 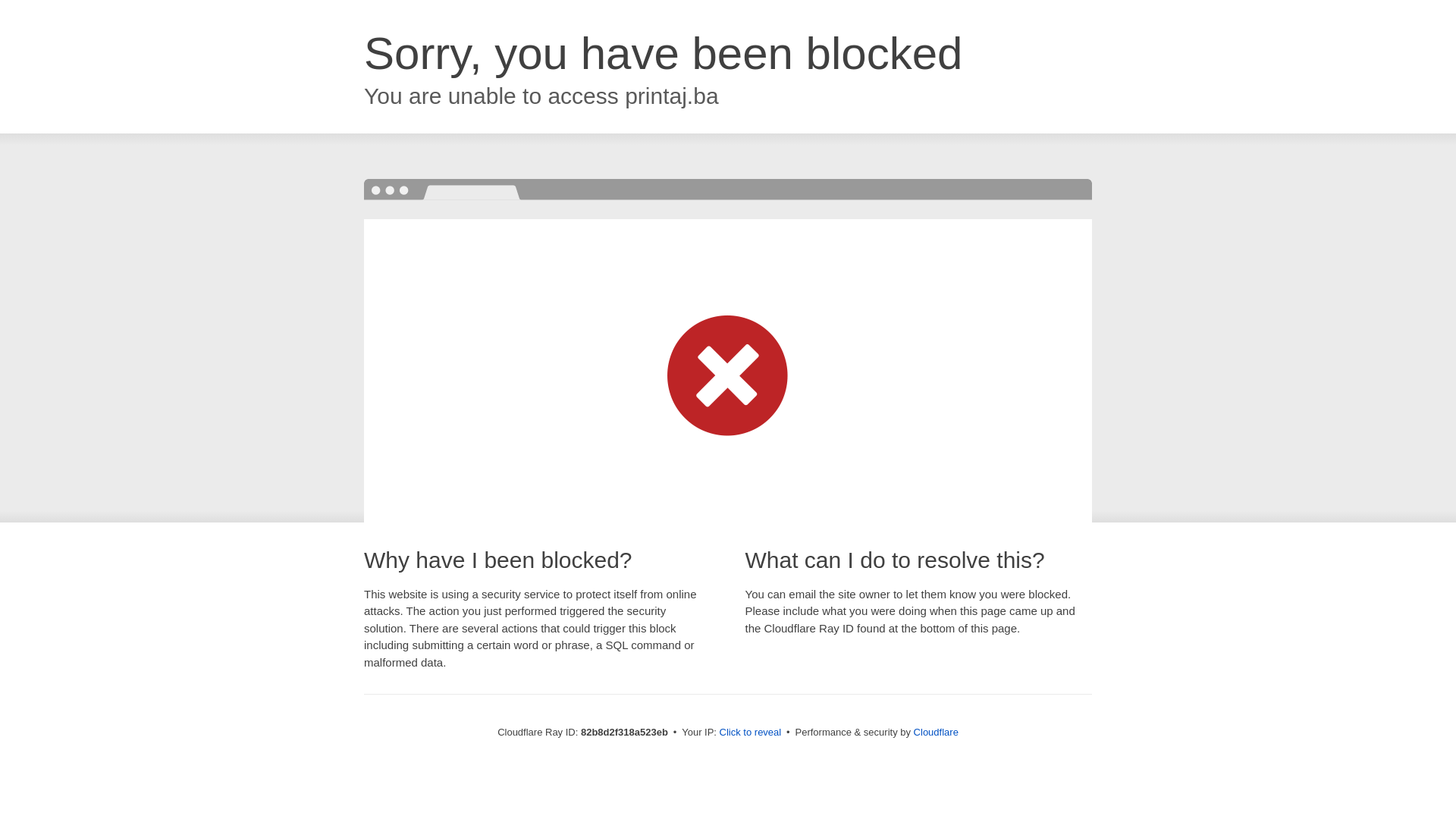 I want to click on 'Cloudflare', so click(x=935, y=731).